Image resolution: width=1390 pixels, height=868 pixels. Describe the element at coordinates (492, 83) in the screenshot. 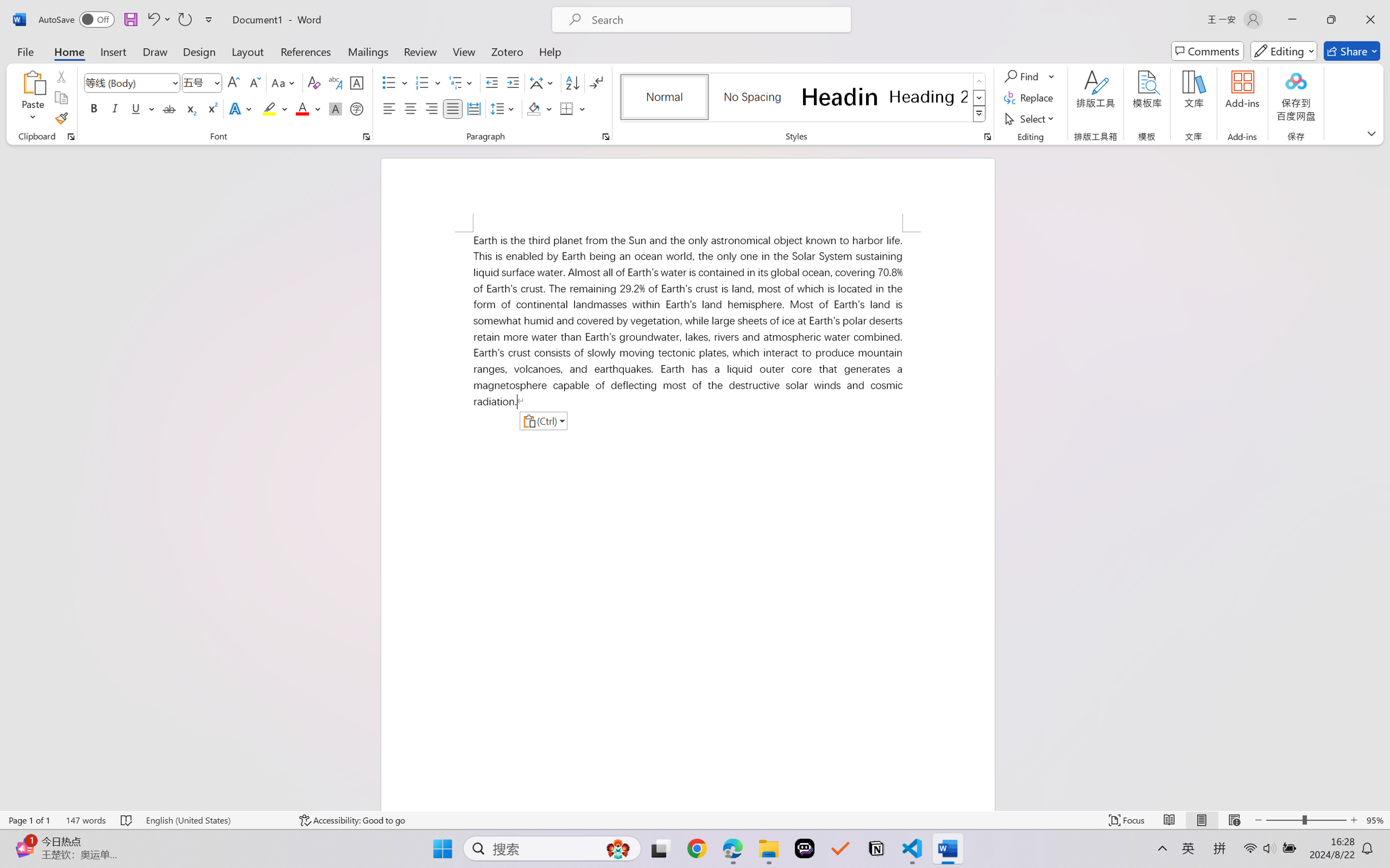

I see `'Decrease Indent'` at that location.